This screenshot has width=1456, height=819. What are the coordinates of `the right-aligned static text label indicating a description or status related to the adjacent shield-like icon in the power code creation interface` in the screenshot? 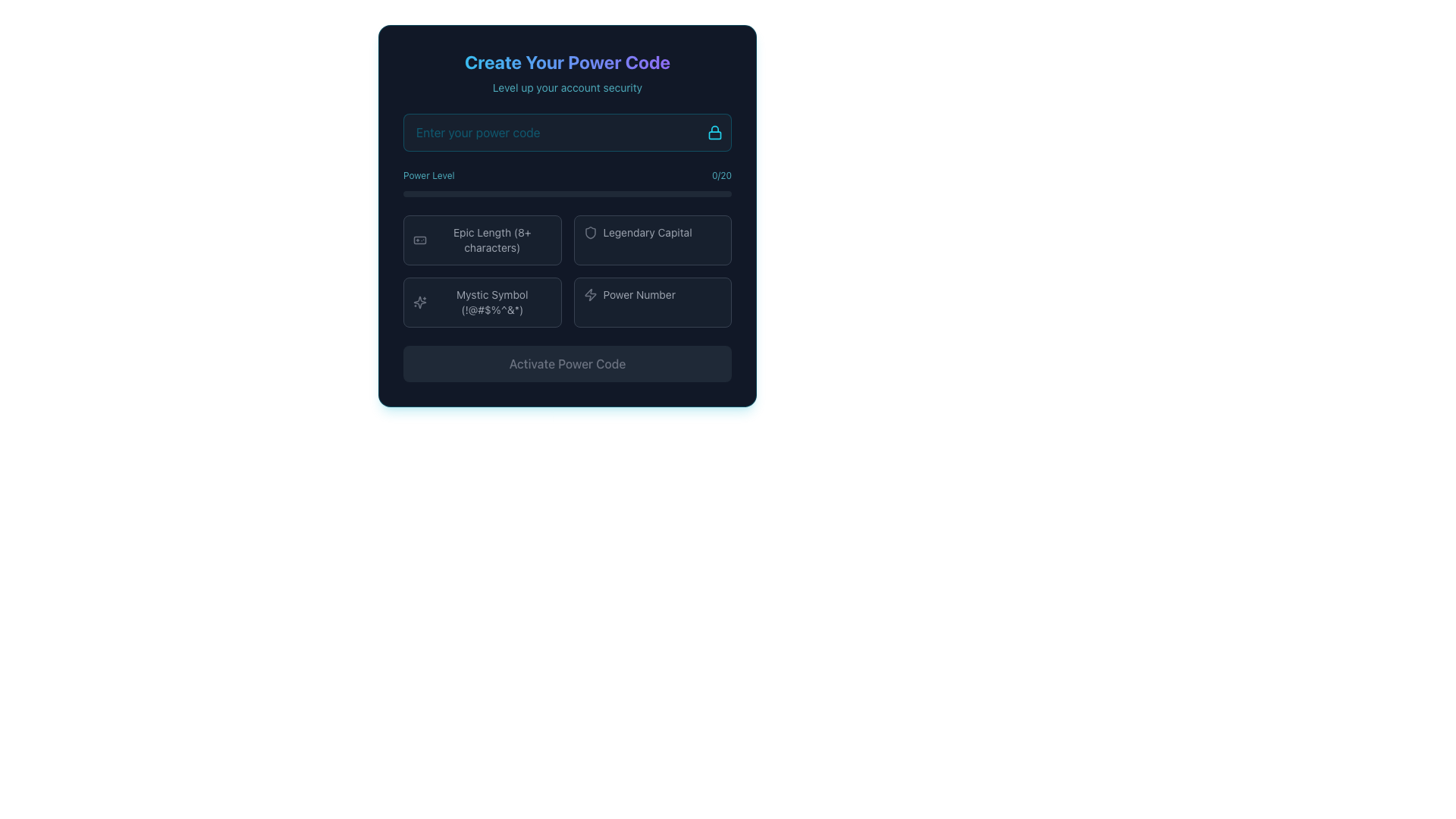 It's located at (648, 233).